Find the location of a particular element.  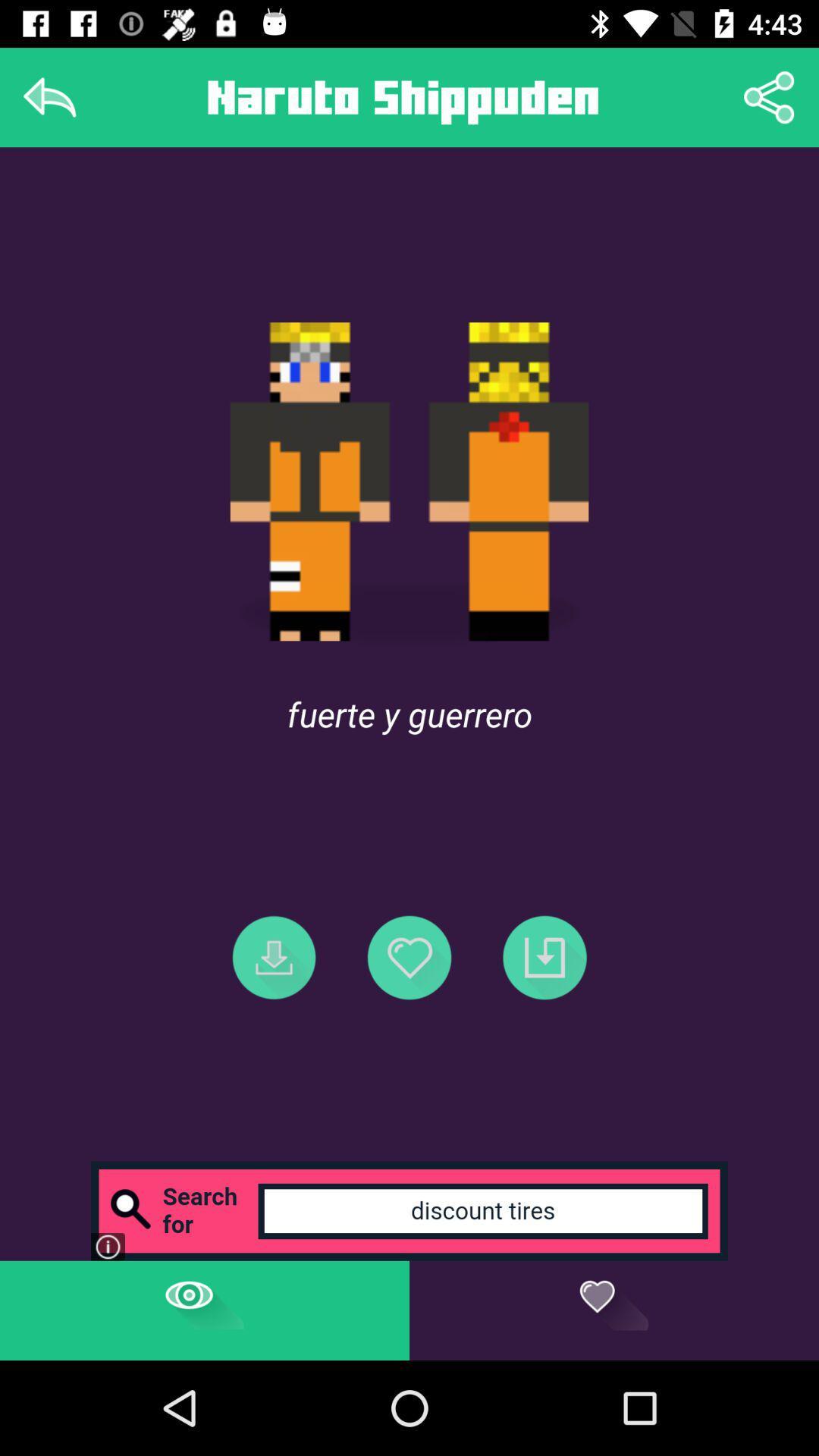

the file_download icon is located at coordinates (274, 956).